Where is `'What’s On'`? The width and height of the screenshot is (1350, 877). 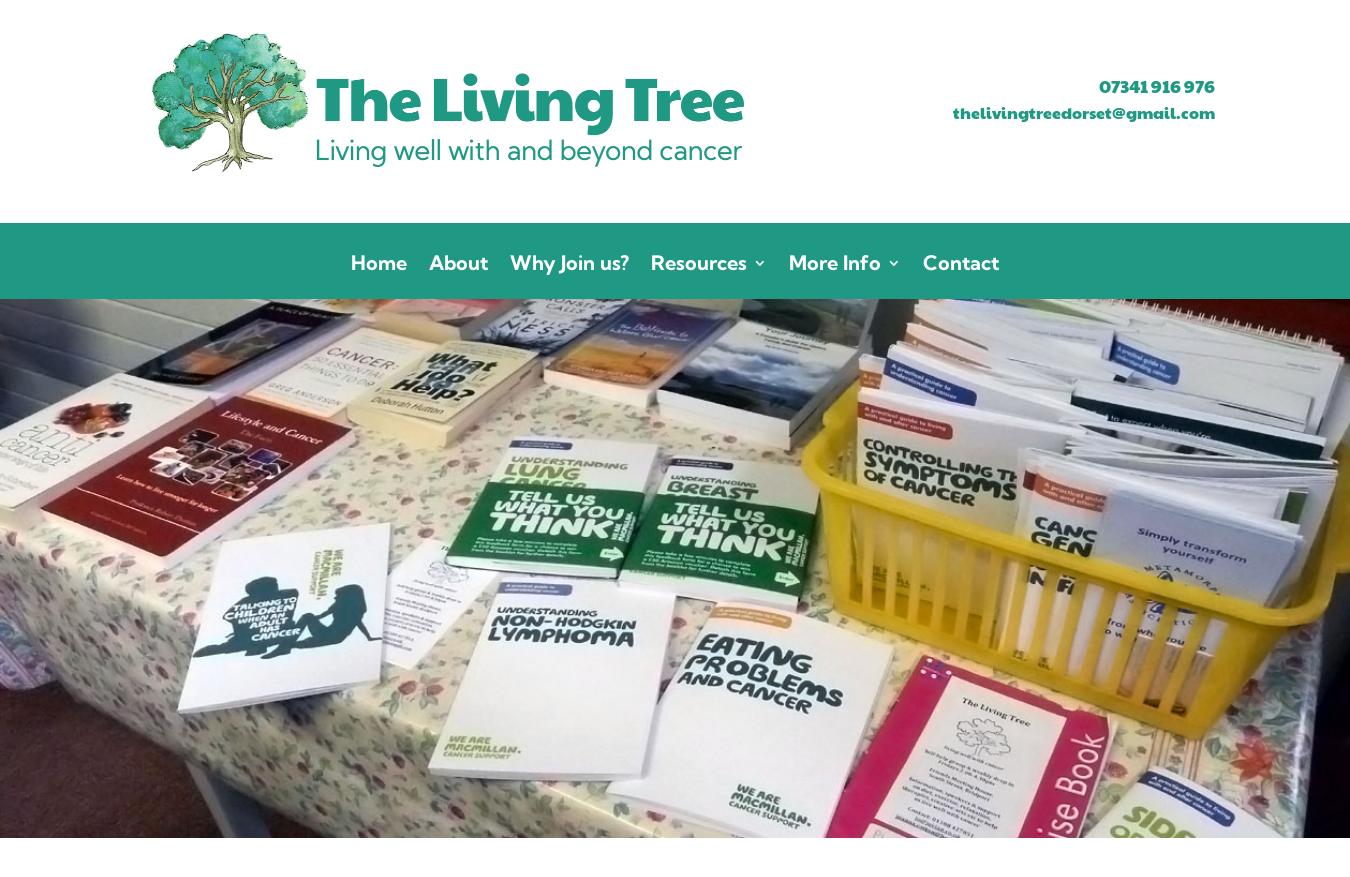
'What’s On' is located at coordinates (729, 379).